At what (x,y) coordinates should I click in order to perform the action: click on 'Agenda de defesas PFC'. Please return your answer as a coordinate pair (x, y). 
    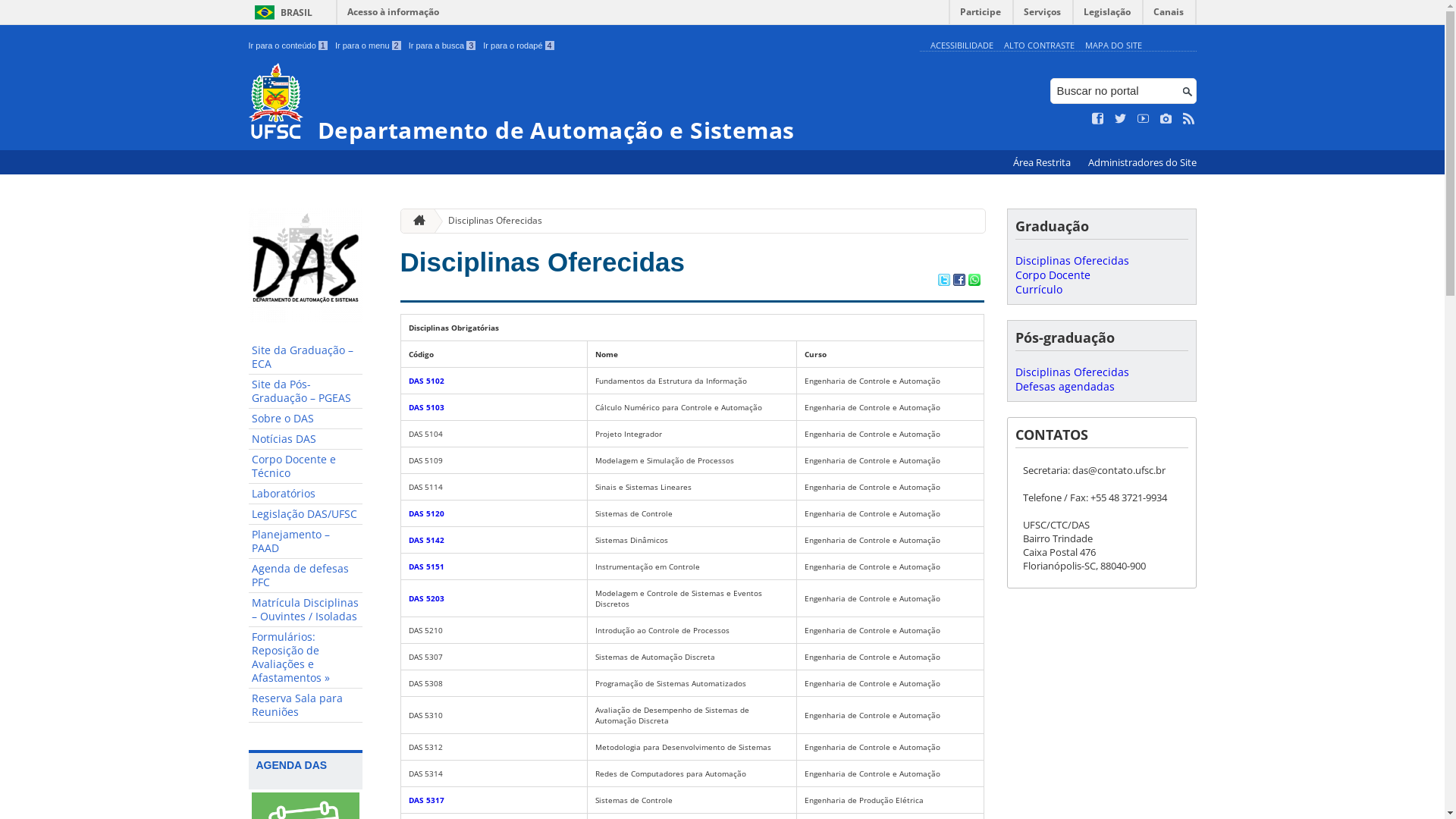
    Looking at the image, I should click on (248, 576).